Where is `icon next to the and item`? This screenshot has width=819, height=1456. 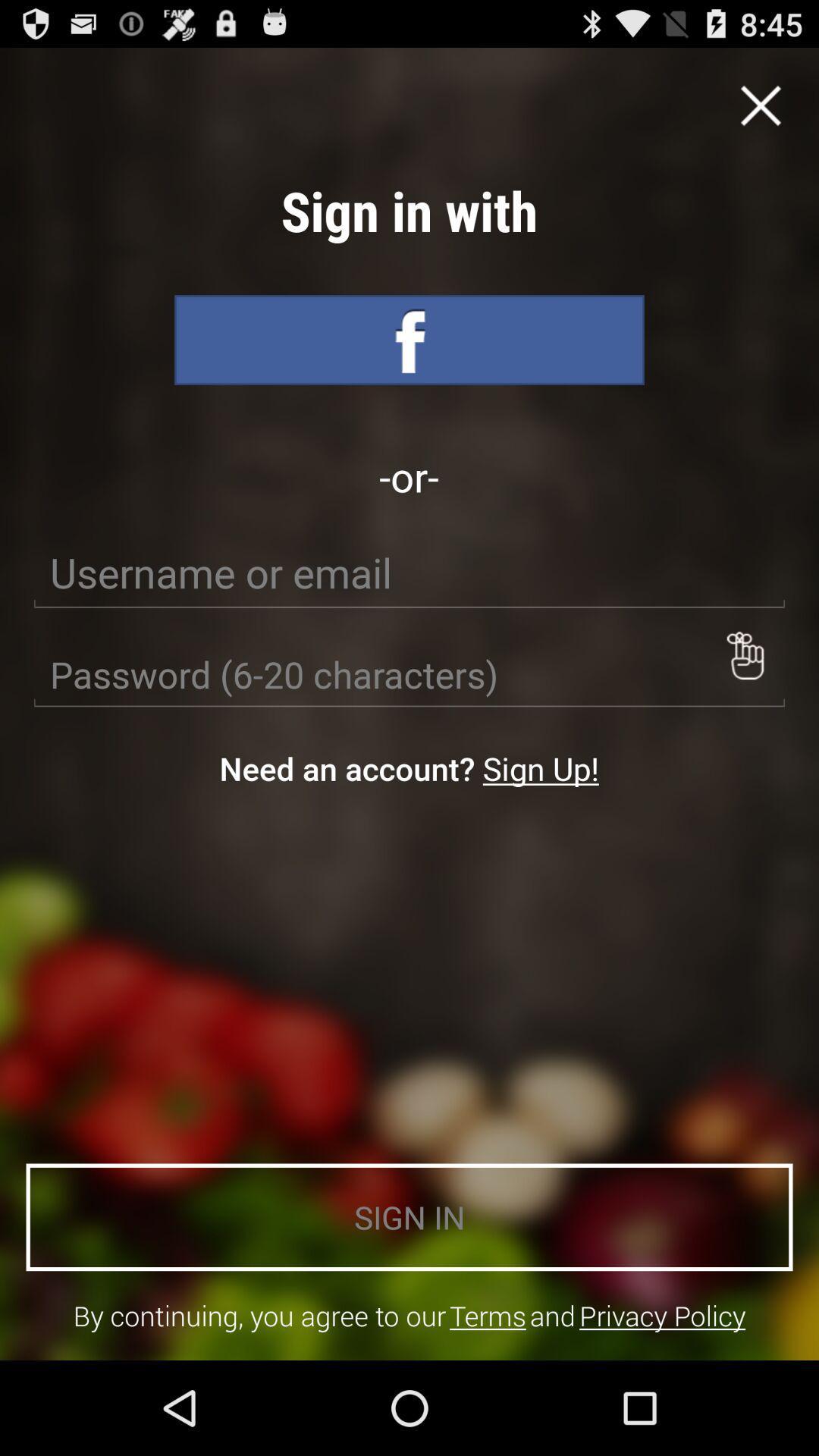 icon next to the and item is located at coordinates (488, 1315).